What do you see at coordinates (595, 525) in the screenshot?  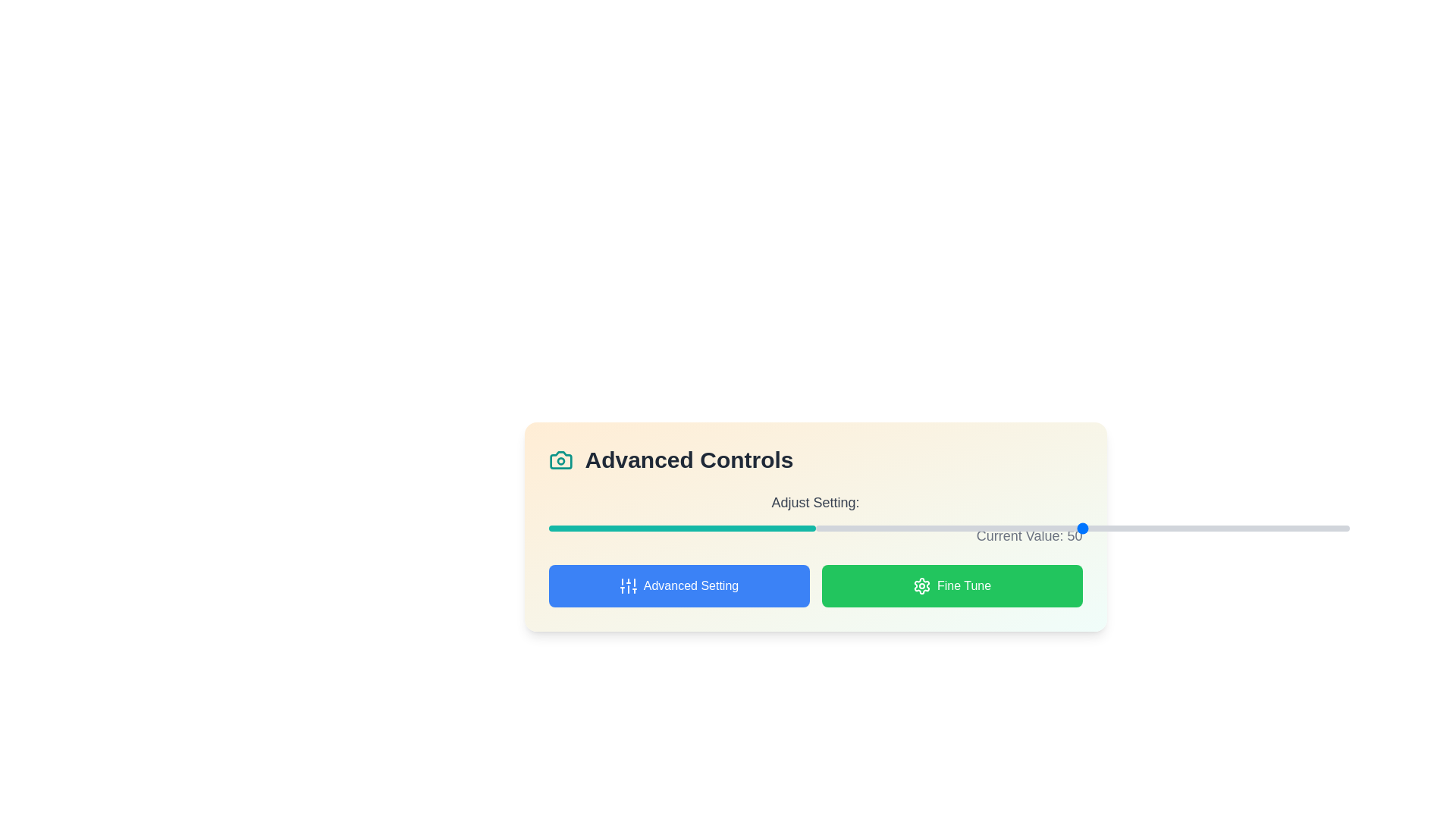 I see `the slider` at bounding box center [595, 525].